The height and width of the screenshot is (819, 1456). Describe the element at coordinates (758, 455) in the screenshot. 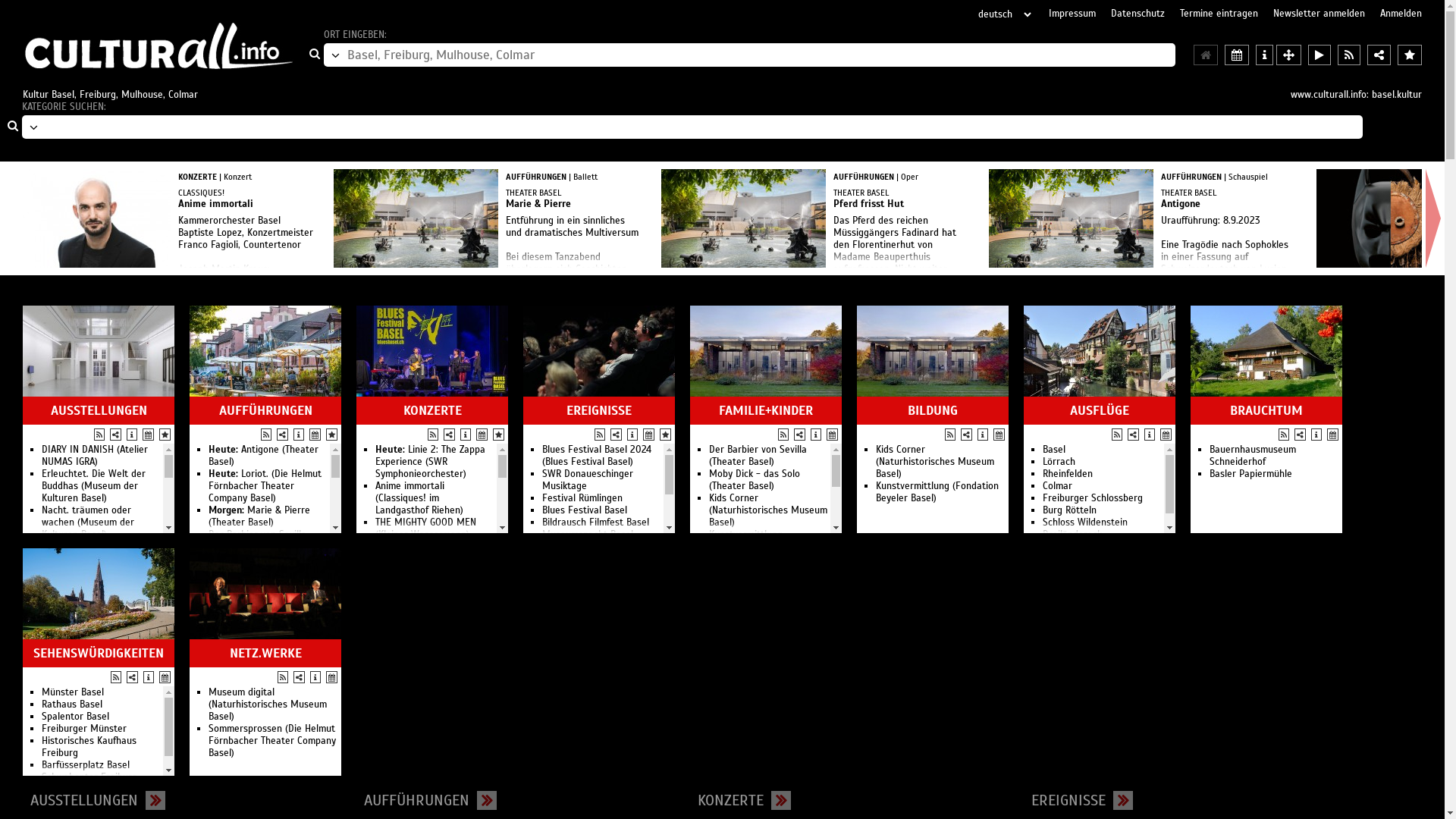

I see `'Der Barbier von Sevilla (Theater Basel)'` at that location.